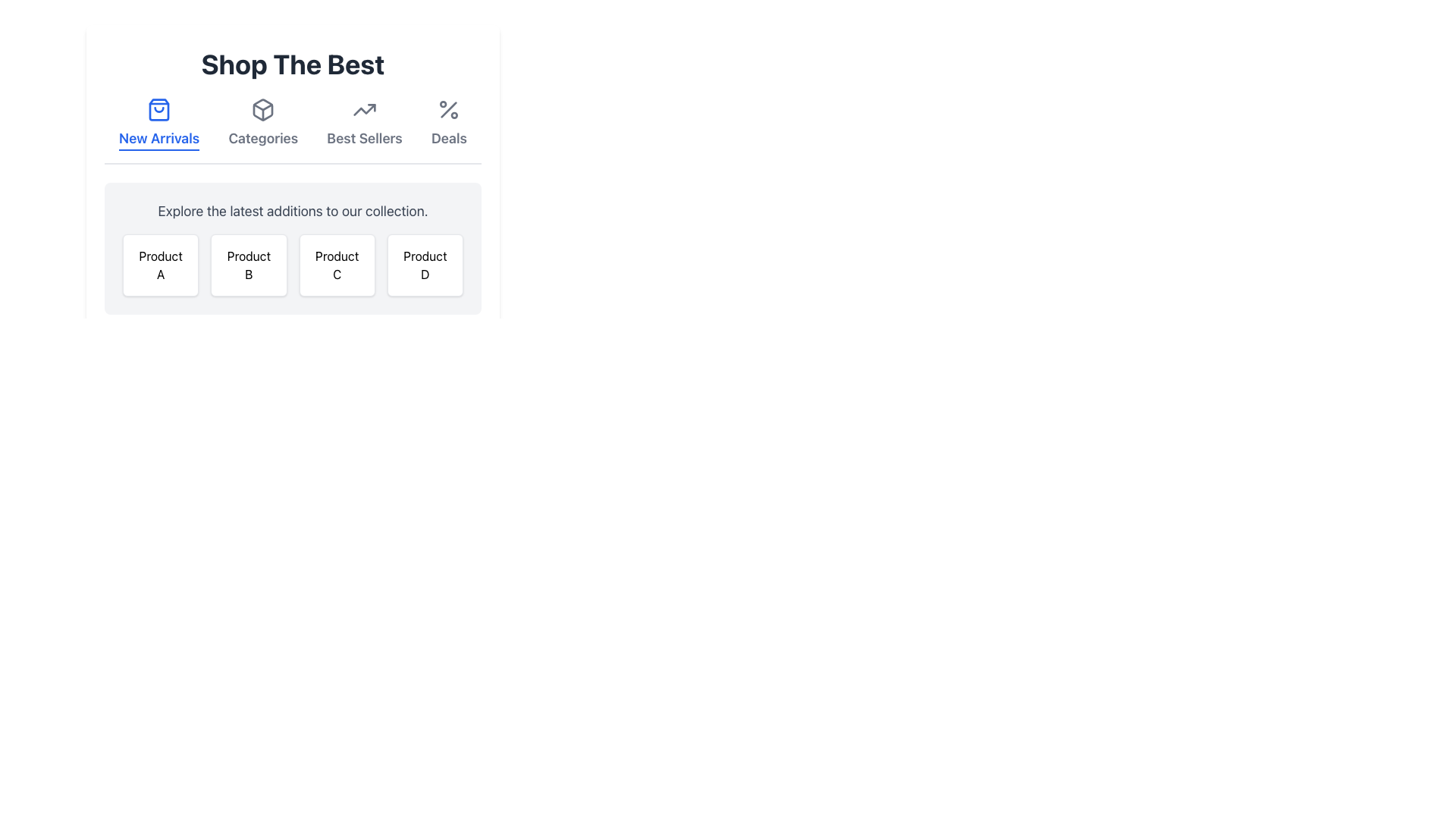  What do you see at coordinates (448, 138) in the screenshot?
I see `the 'Deals' text label, which is a bold gray label located under a percentage icon and is the fourth element in a horizontal row of similar labels` at bounding box center [448, 138].